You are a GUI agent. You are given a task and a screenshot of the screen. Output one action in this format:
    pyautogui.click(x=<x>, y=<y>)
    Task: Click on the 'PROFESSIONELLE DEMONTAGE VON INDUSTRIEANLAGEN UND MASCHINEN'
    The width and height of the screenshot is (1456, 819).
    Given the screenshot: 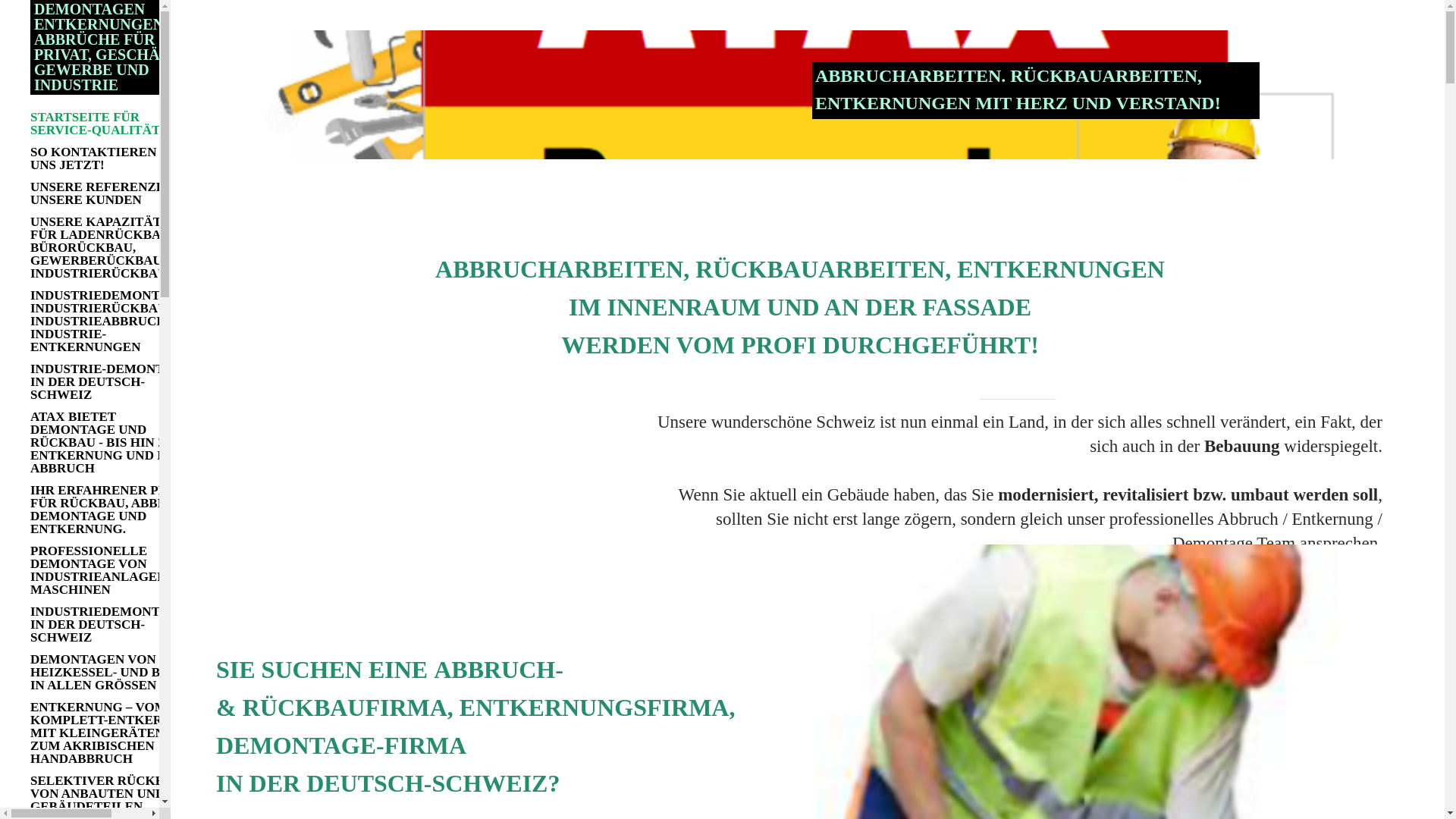 What is the action you would take?
    pyautogui.click(x=115, y=570)
    